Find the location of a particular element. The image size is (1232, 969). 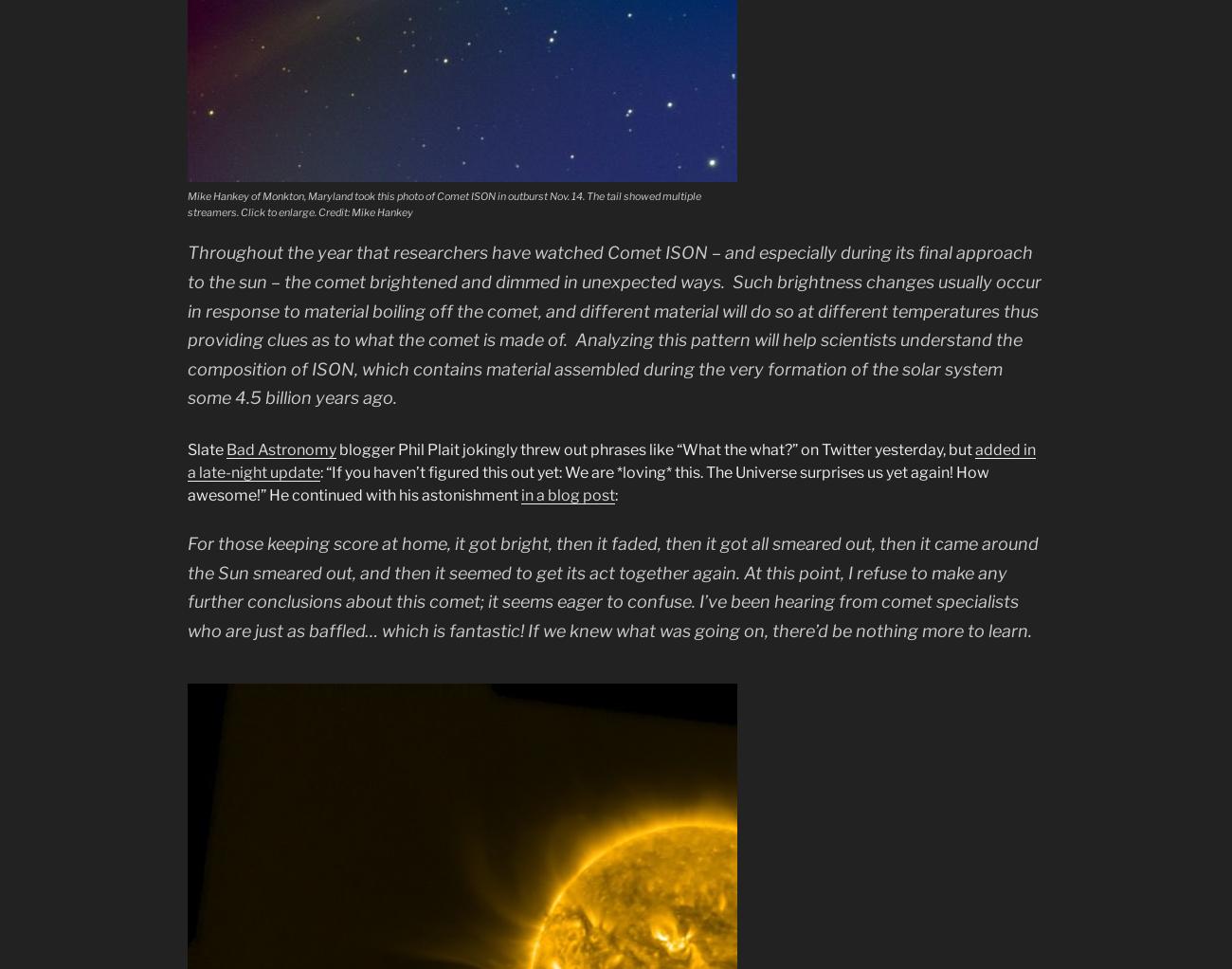

'For those keeping score at home, it got bright, then it faded, then it got all smeared out, then it came around the Sun smeared out, and then it seemed to get its act together again. At this point, I refuse to make any further conclusions about this comet; it seems eager to confuse. I’ve been hearing from comet specialists who are just as baffled… which is fantastic! If we knew what was going on, there’d be nothing more to learn.' is located at coordinates (613, 585).